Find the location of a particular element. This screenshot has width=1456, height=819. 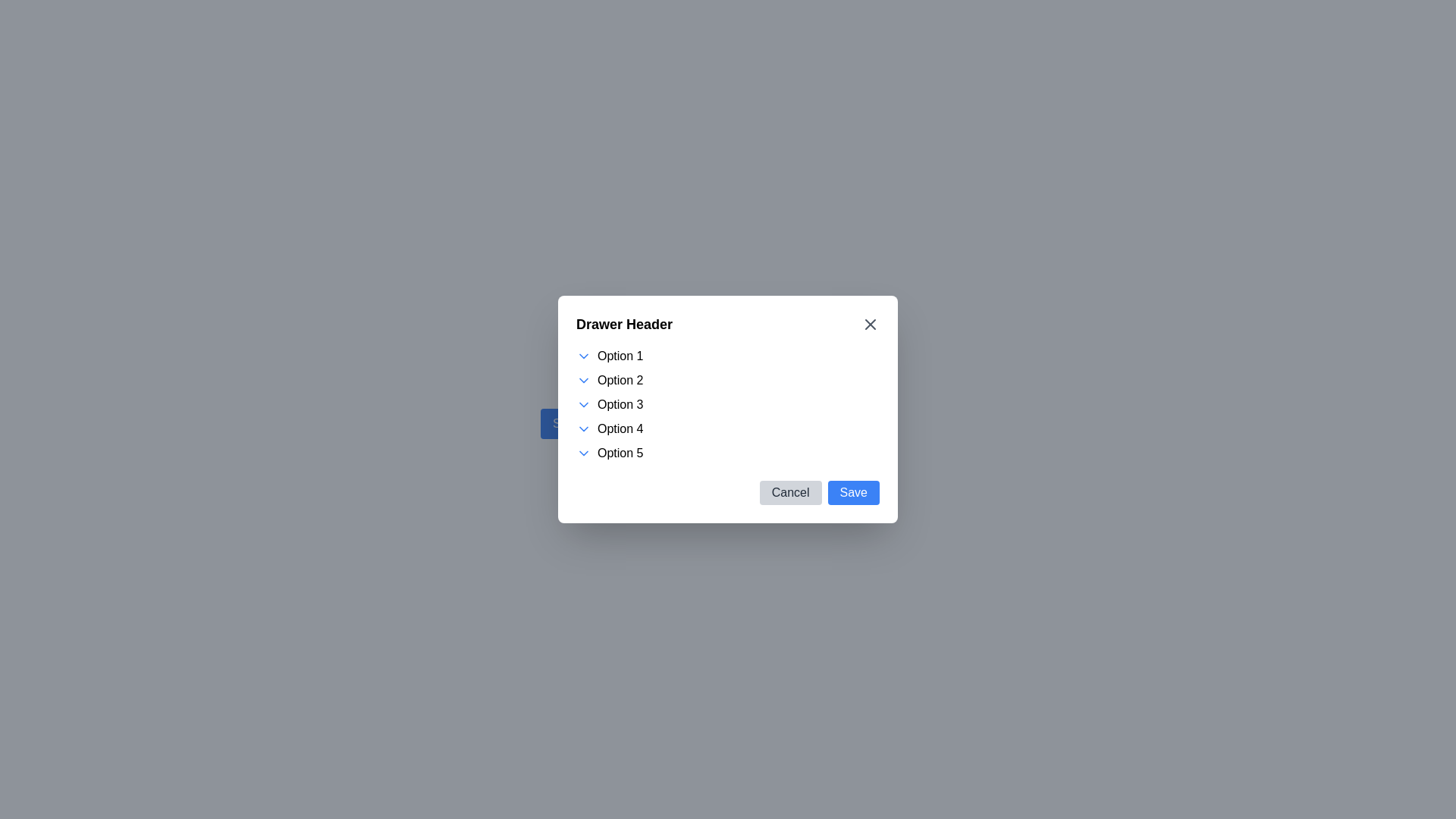

the 'Drawer Header' text label, which is a bold, large font element located at the top-left corner of a modal or popup box is located at coordinates (624, 324).